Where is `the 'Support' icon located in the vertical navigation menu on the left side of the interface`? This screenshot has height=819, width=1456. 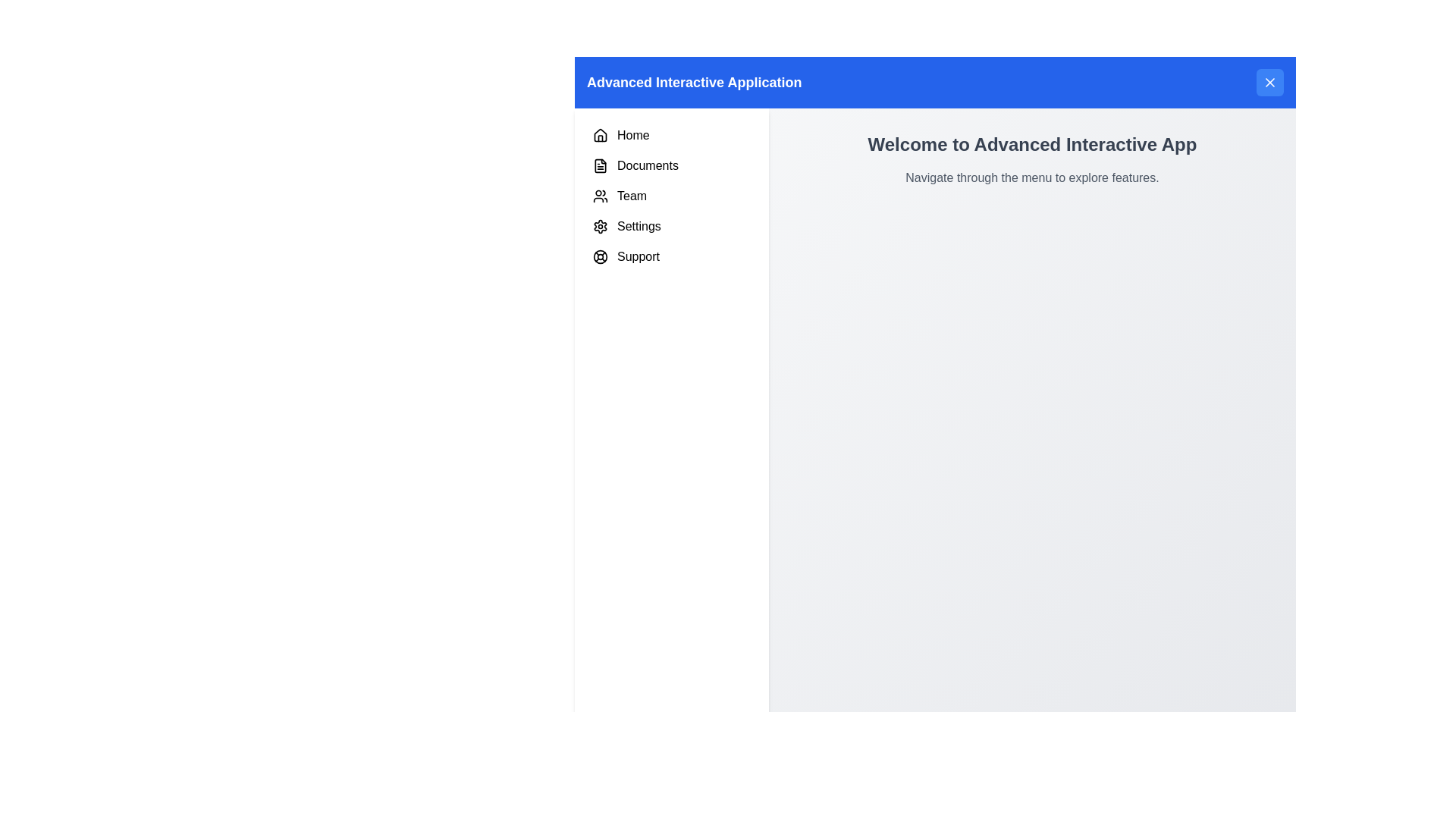
the 'Support' icon located in the vertical navigation menu on the left side of the interface is located at coordinates (600, 256).